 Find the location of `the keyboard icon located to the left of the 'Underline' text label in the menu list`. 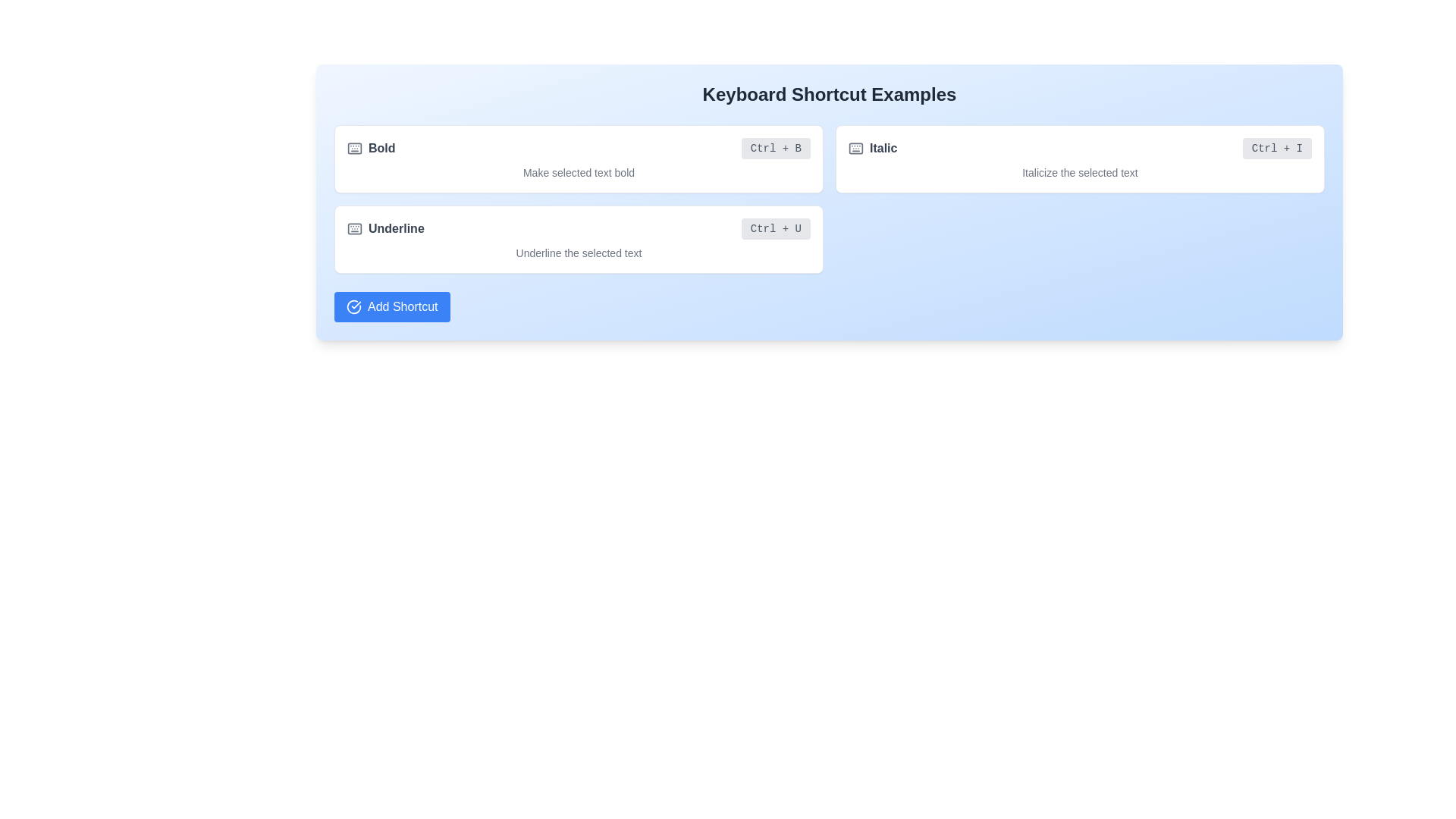

the keyboard icon located to the left of the 'Underline' text label in the menu list is located at coordinates (353, 228).